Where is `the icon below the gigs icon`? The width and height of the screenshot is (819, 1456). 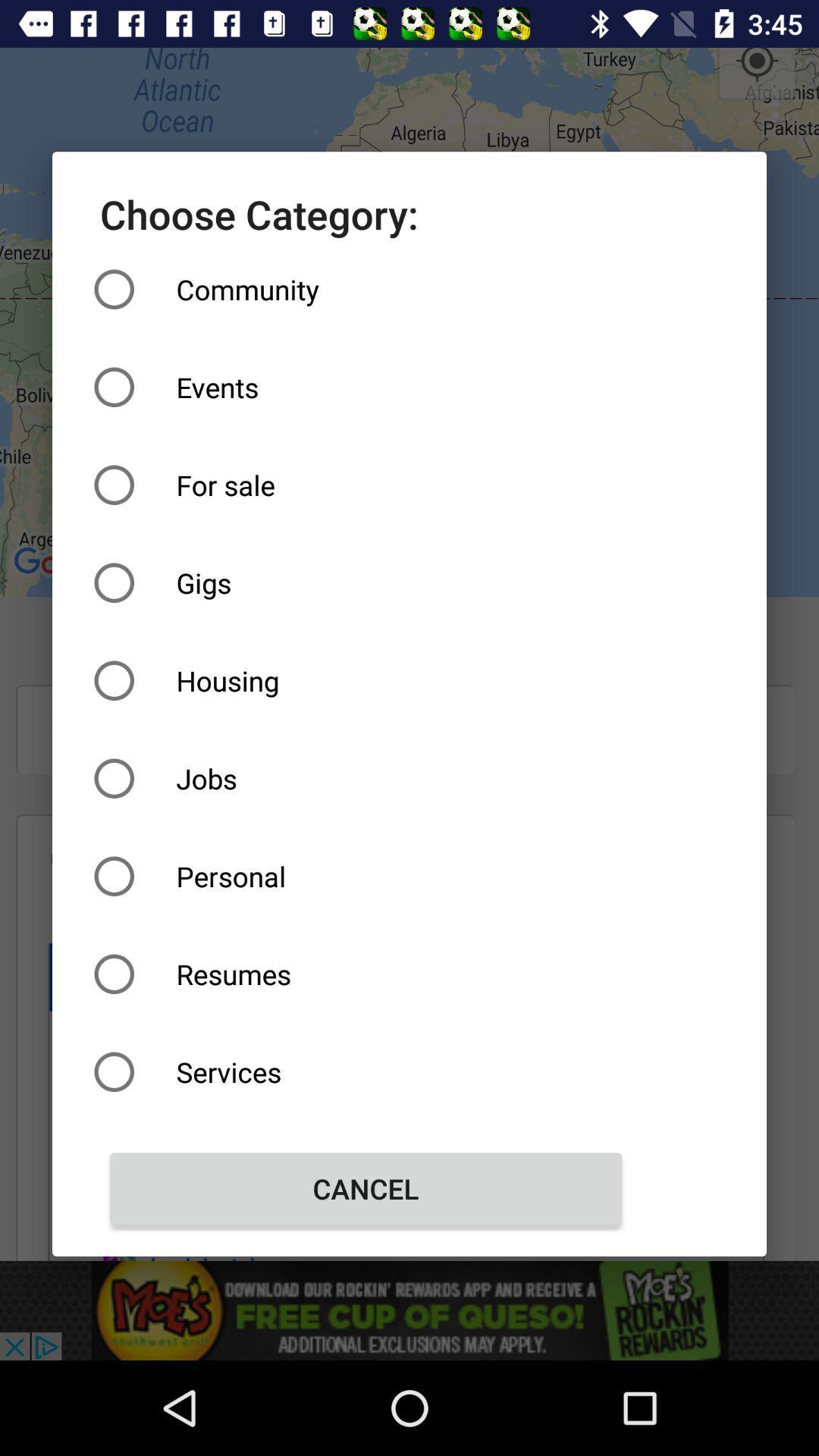
the icon below the gigs icon is located at coordinates (366, 679).